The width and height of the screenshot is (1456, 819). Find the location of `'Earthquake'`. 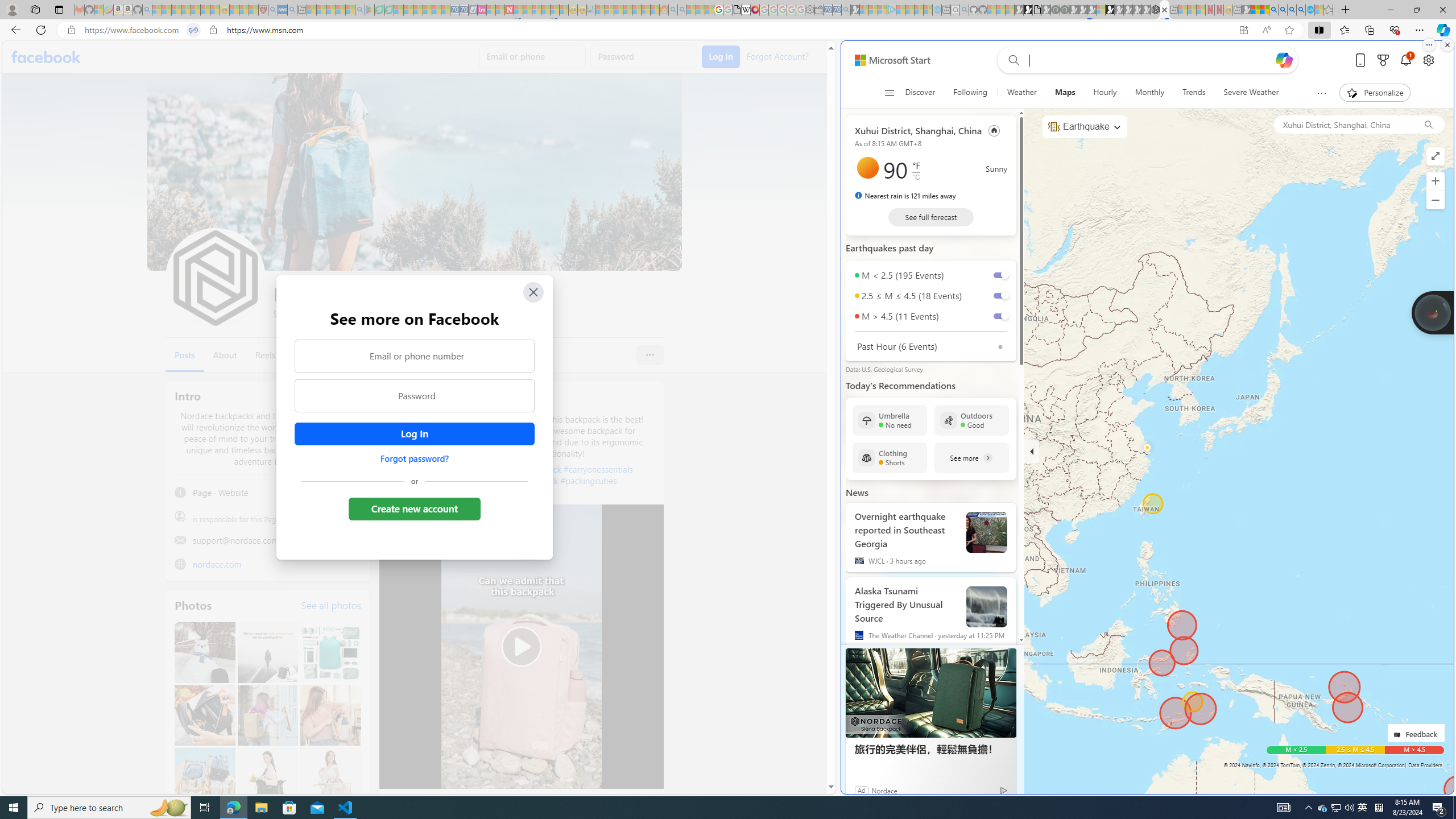

'Earthquake' is located at coordinates (1085, 126).